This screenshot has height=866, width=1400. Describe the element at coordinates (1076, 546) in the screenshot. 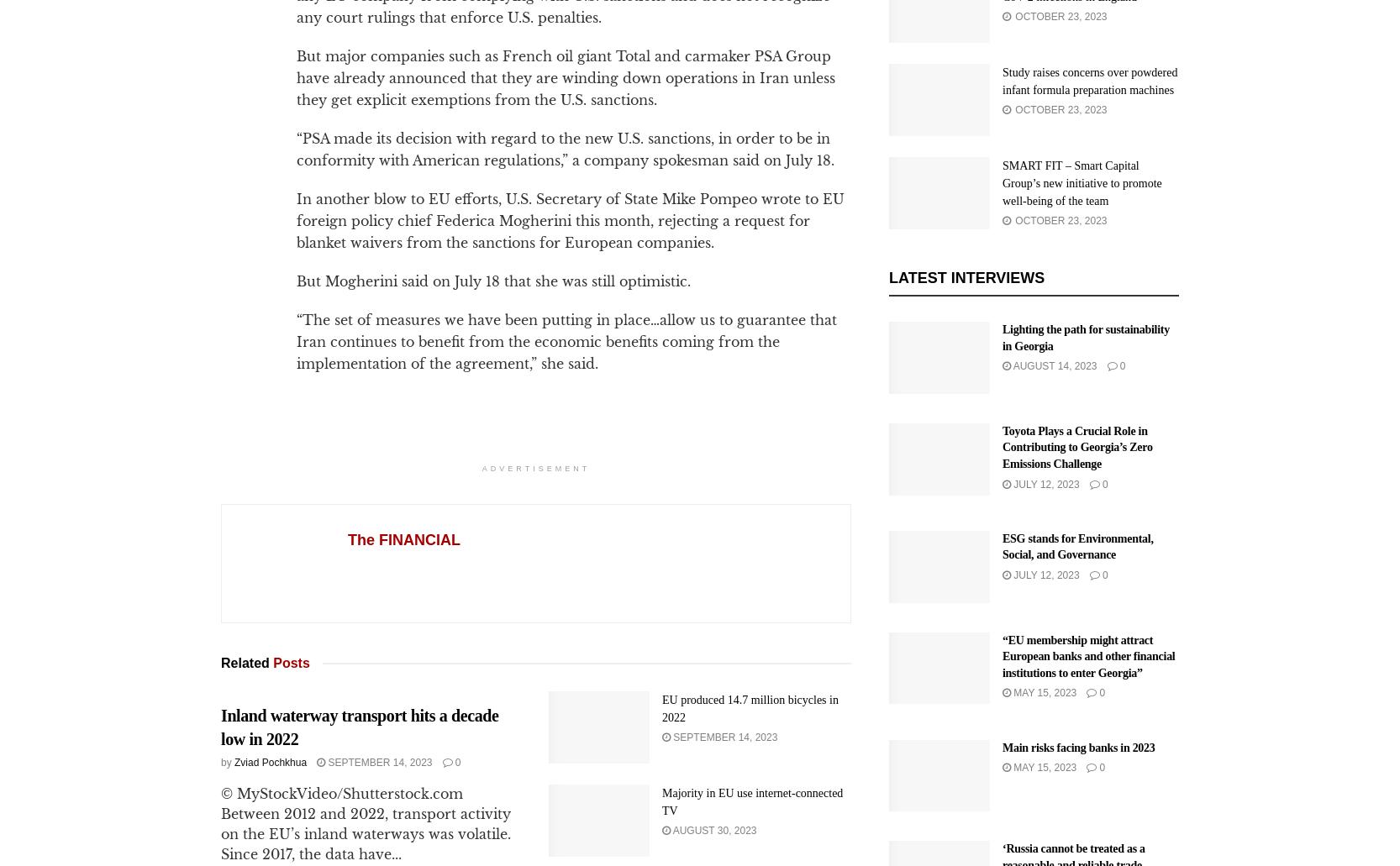

I see `'ESG stands for Environmental, Social, and Governance'` at that location.